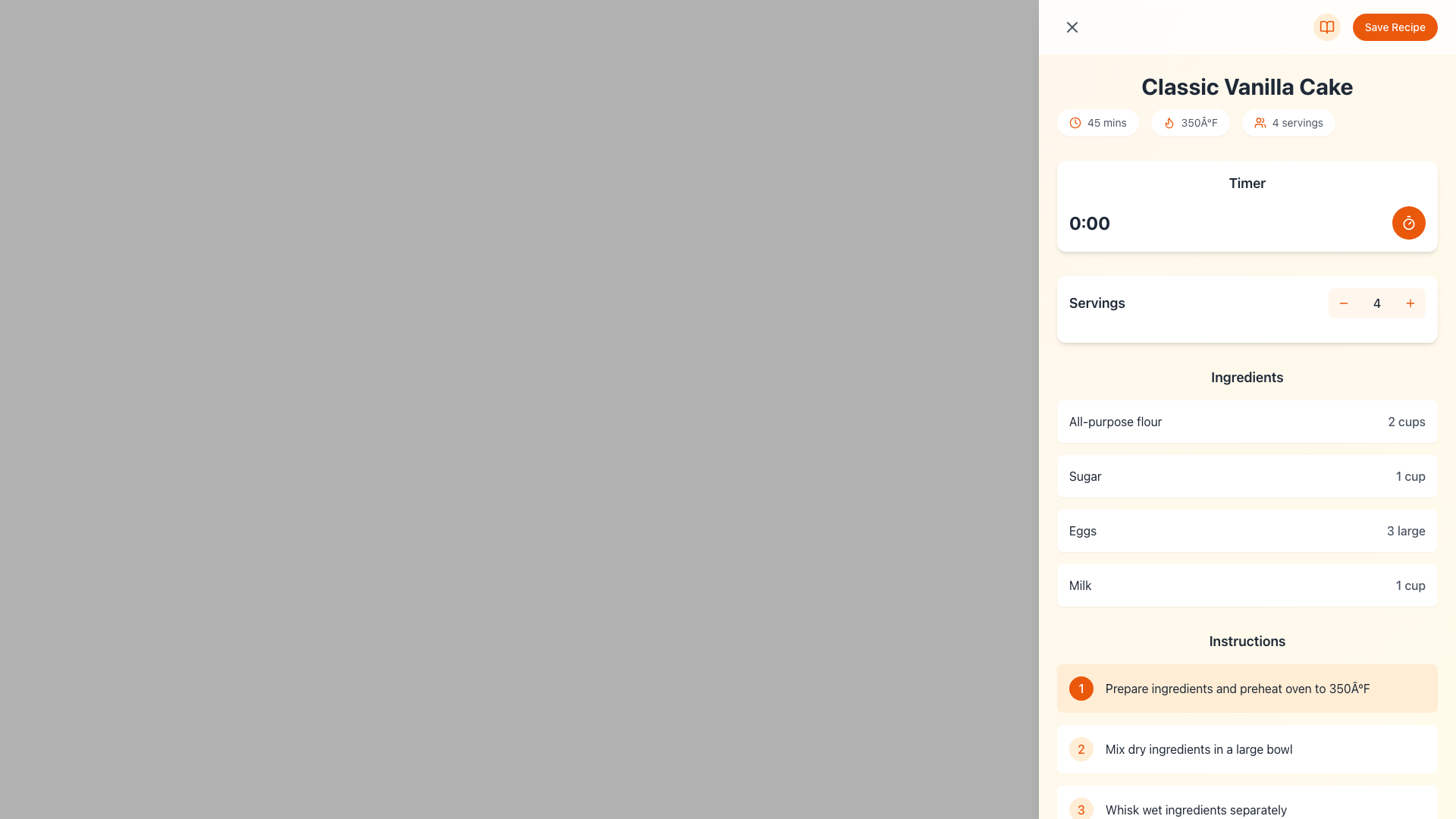 This screenshot has width=1456, height=819. What do you see at coordinates (1343, 303) in the screenshot?
I see `the Icon button with a minus sign located in the 'Servings' adjustment section of the recipe interface to decrease the serving count` at bounding box center [1343, 303].